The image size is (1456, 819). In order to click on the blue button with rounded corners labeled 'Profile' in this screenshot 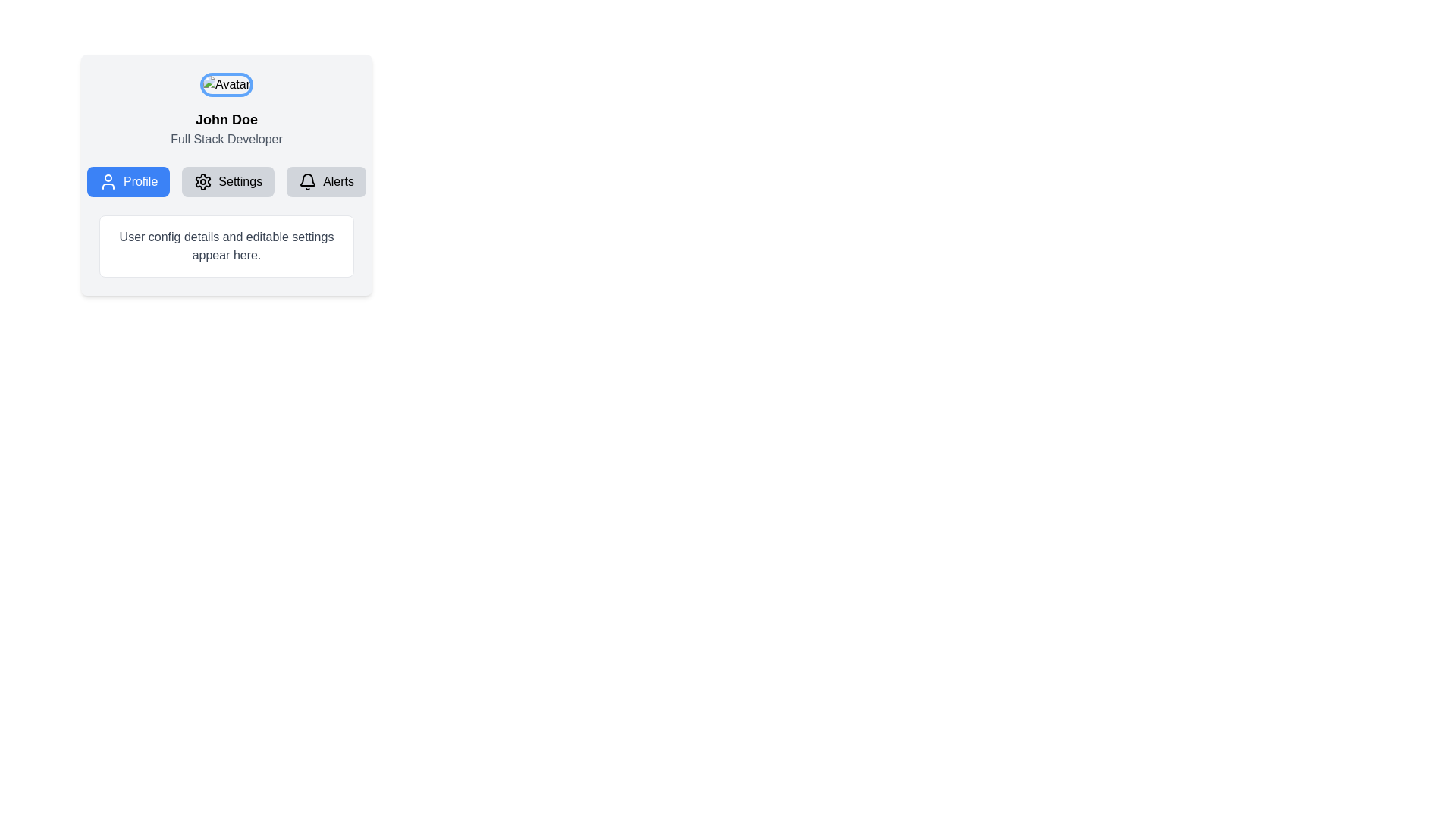, I will do `click(128, 180)`.